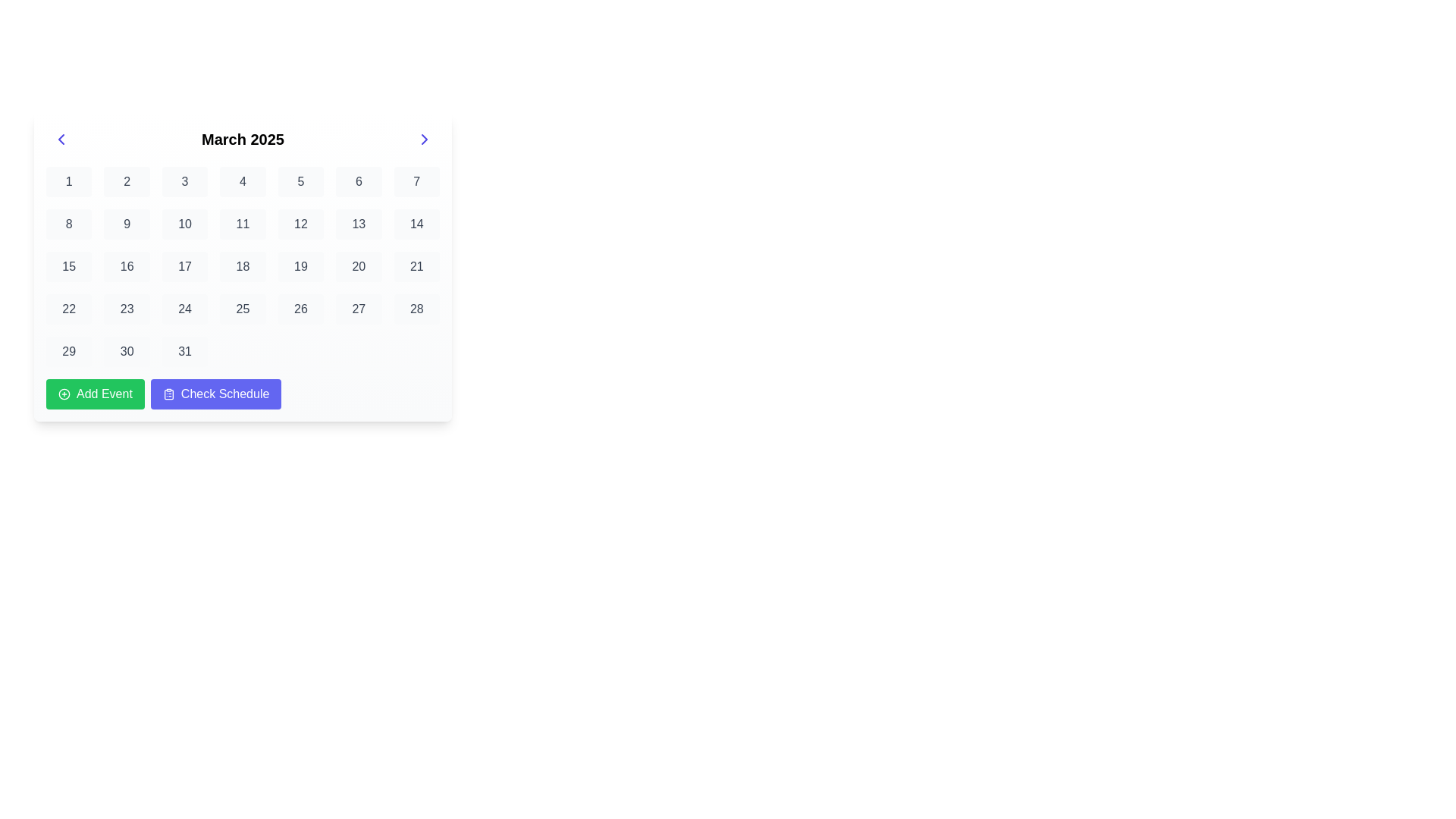 This screenshot has height=819, width=1456. What do you see at coordinates (416, 265) in the screenshot?
I see `the button representing the date 21st in the March 2025 calendar, located in the sixth column of the fourth row` at bounding box center [416, 265].